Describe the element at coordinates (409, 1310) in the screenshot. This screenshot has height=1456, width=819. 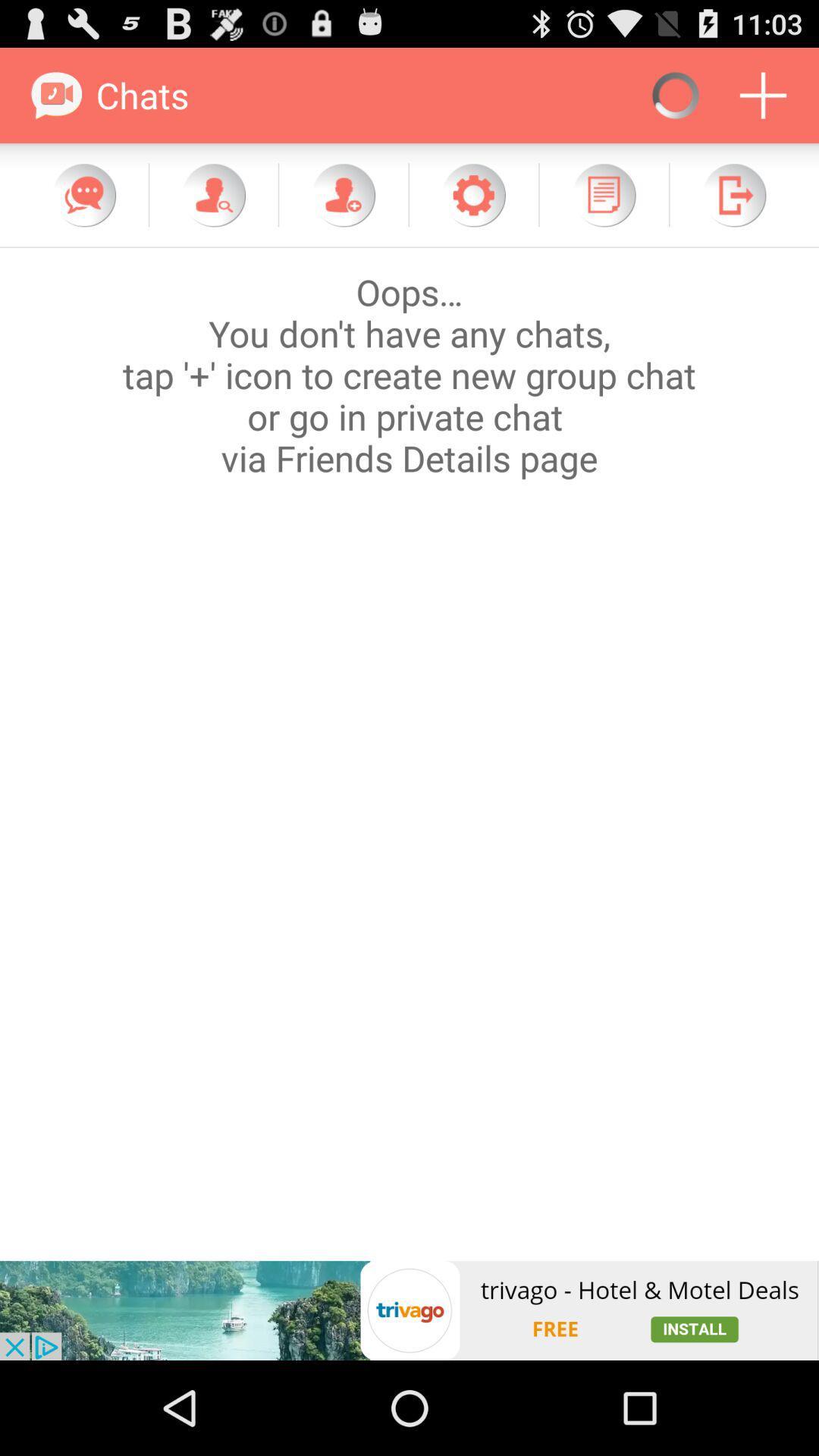
I see `icon at the bottom` at that location.